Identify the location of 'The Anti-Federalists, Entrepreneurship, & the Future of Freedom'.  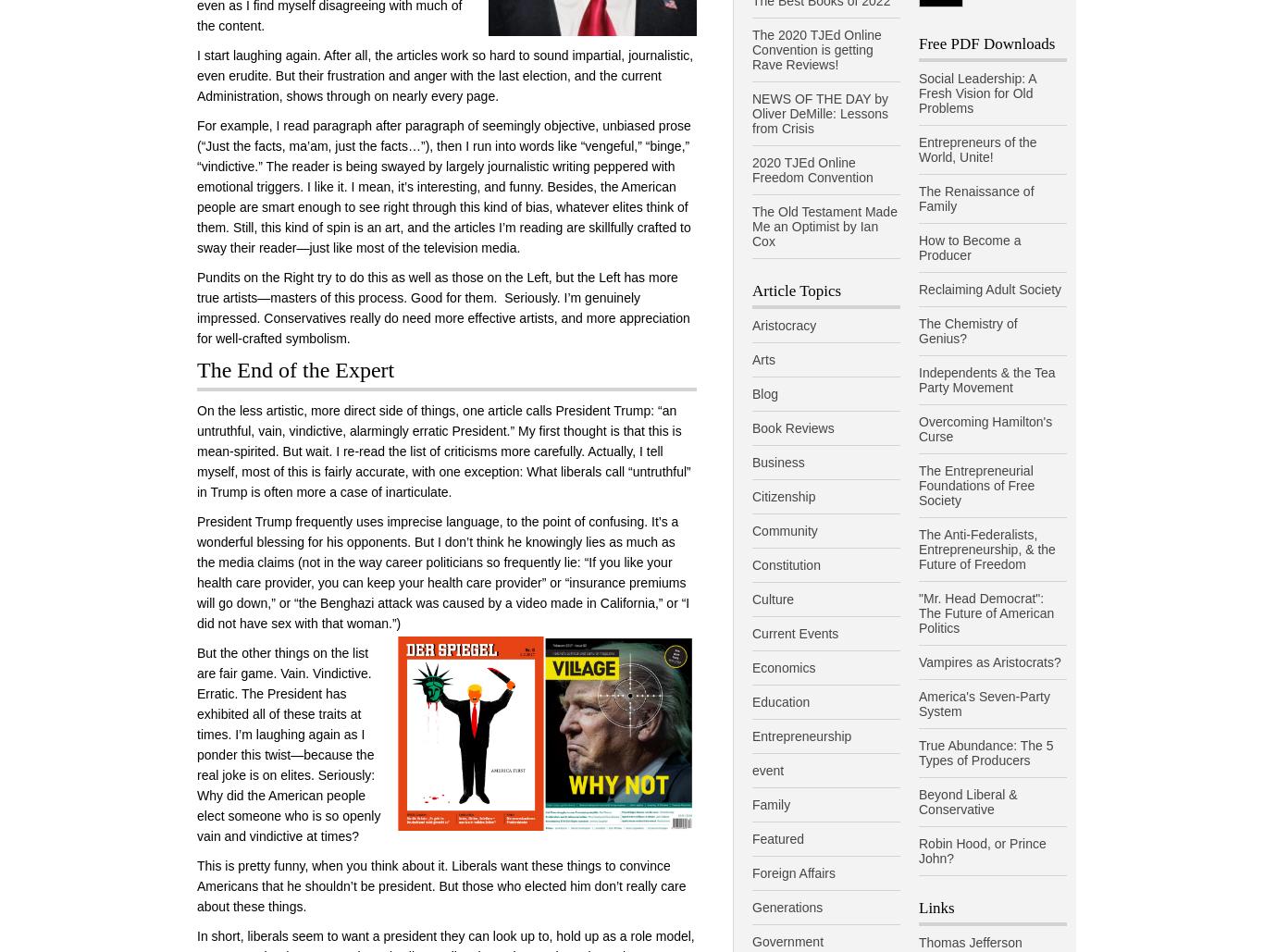
(985, 549).